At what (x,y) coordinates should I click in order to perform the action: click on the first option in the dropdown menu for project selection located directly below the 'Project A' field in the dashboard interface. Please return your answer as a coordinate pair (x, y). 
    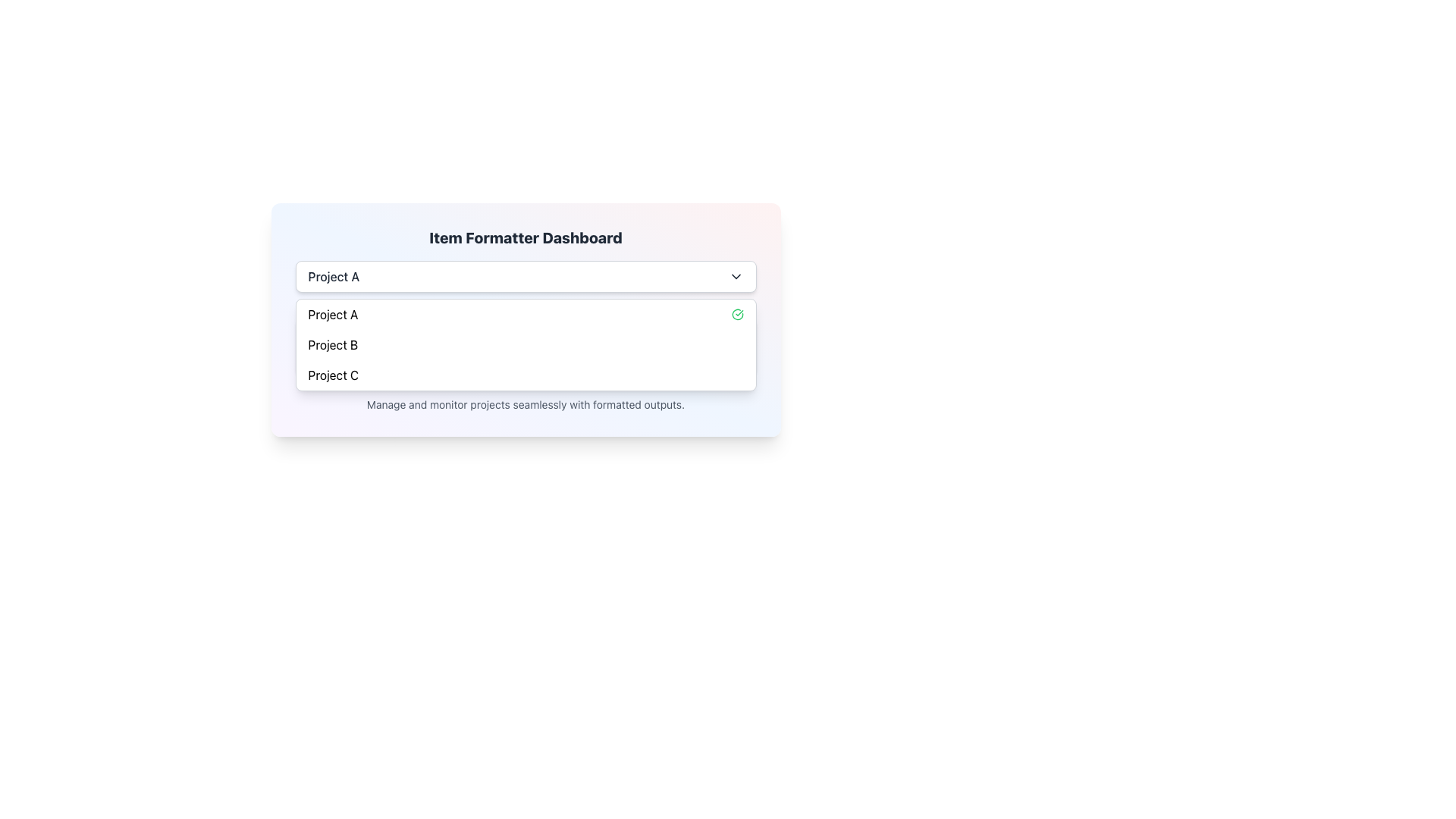
    Looking at the image, I should click on (332, 314).